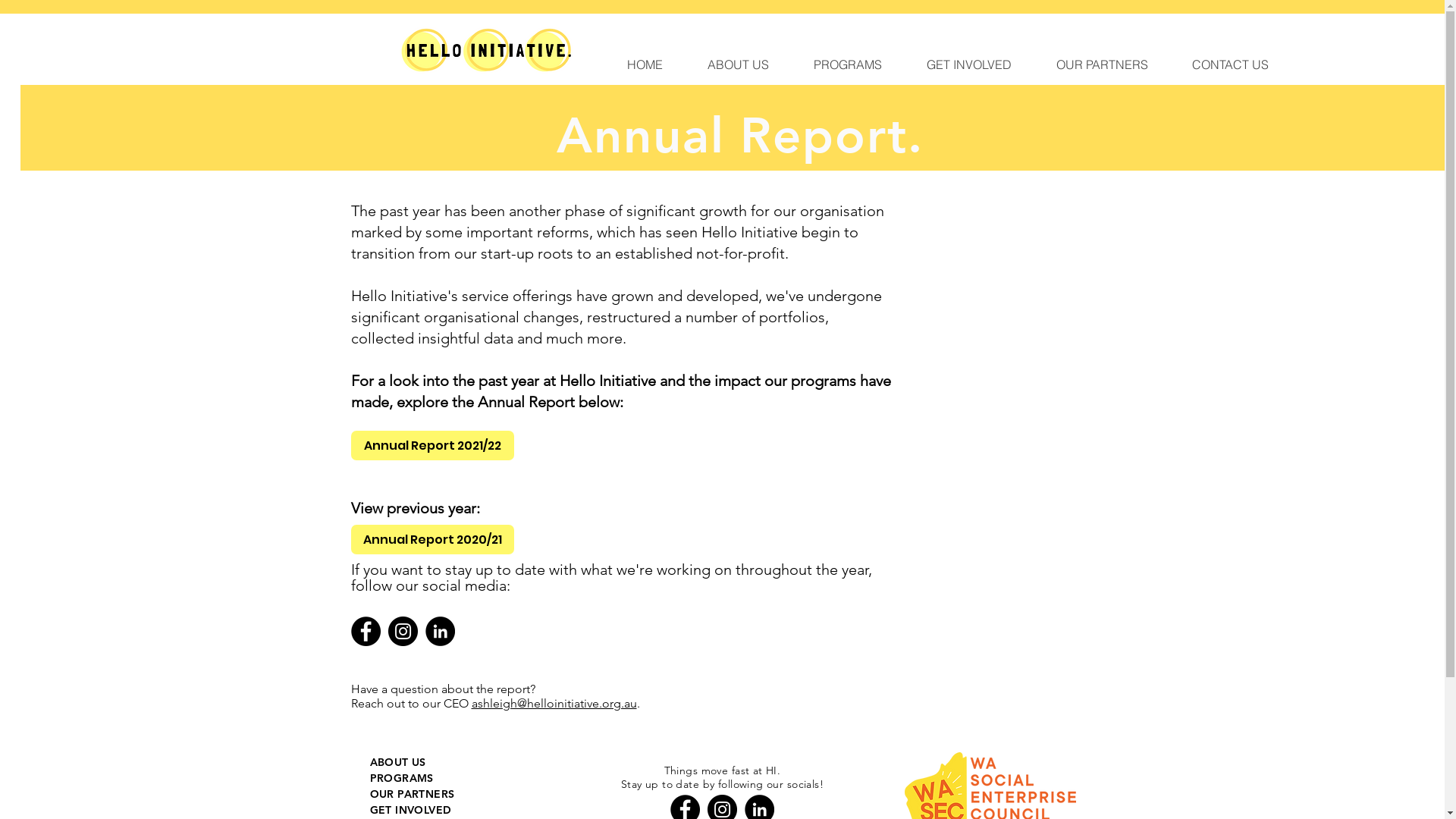 The image size is (1456, 819). What do you see at coordinates (411, 809) in the screenshot?
I see `'GET INVOLVED'` at bounding box center [411, 809].